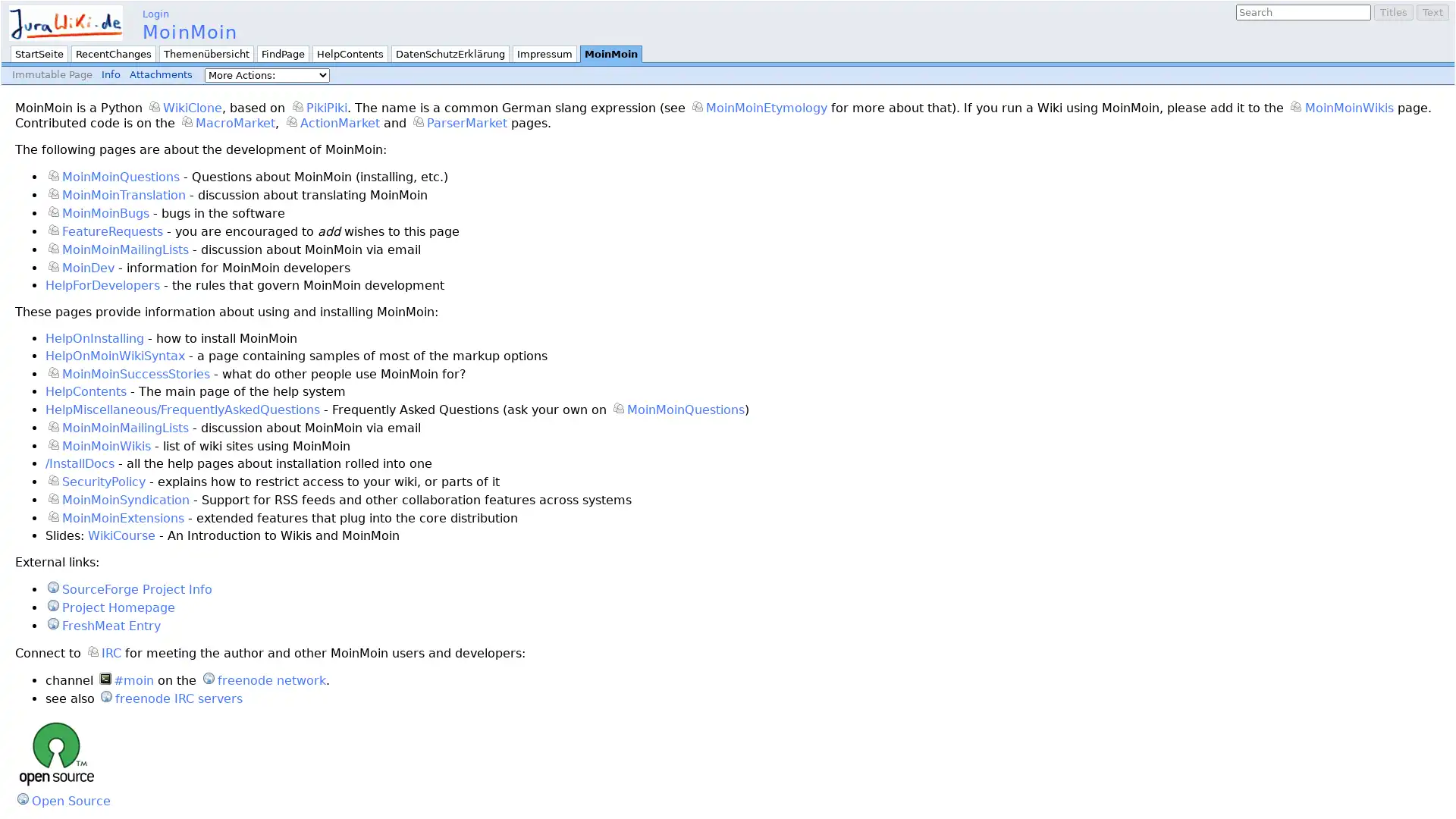  What do you see at coordinates (1432, 12) in the screenshot?
I see `Text` at bounding box center [1432, 12].